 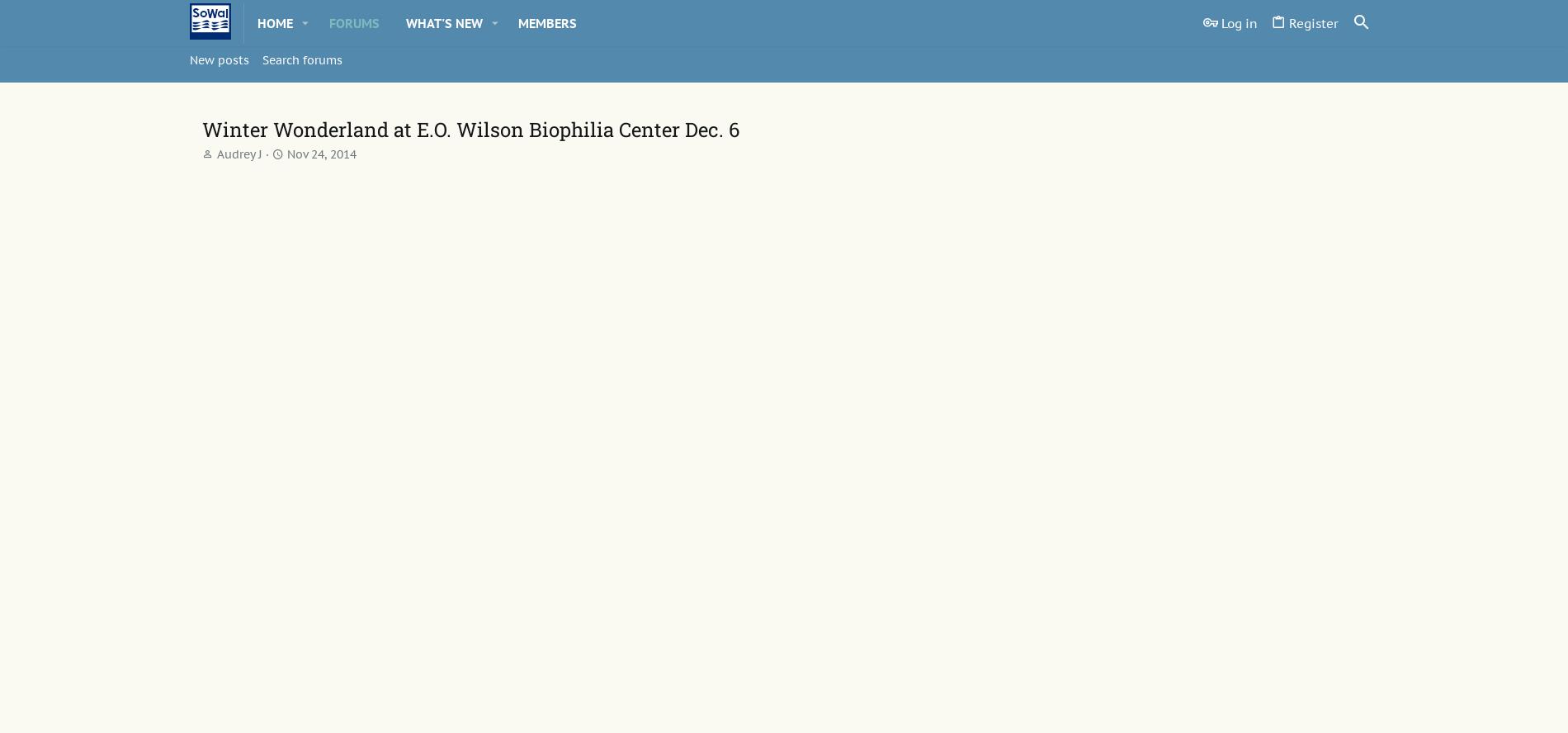 I want to click on 'Location :', so click(x=337, y=524).